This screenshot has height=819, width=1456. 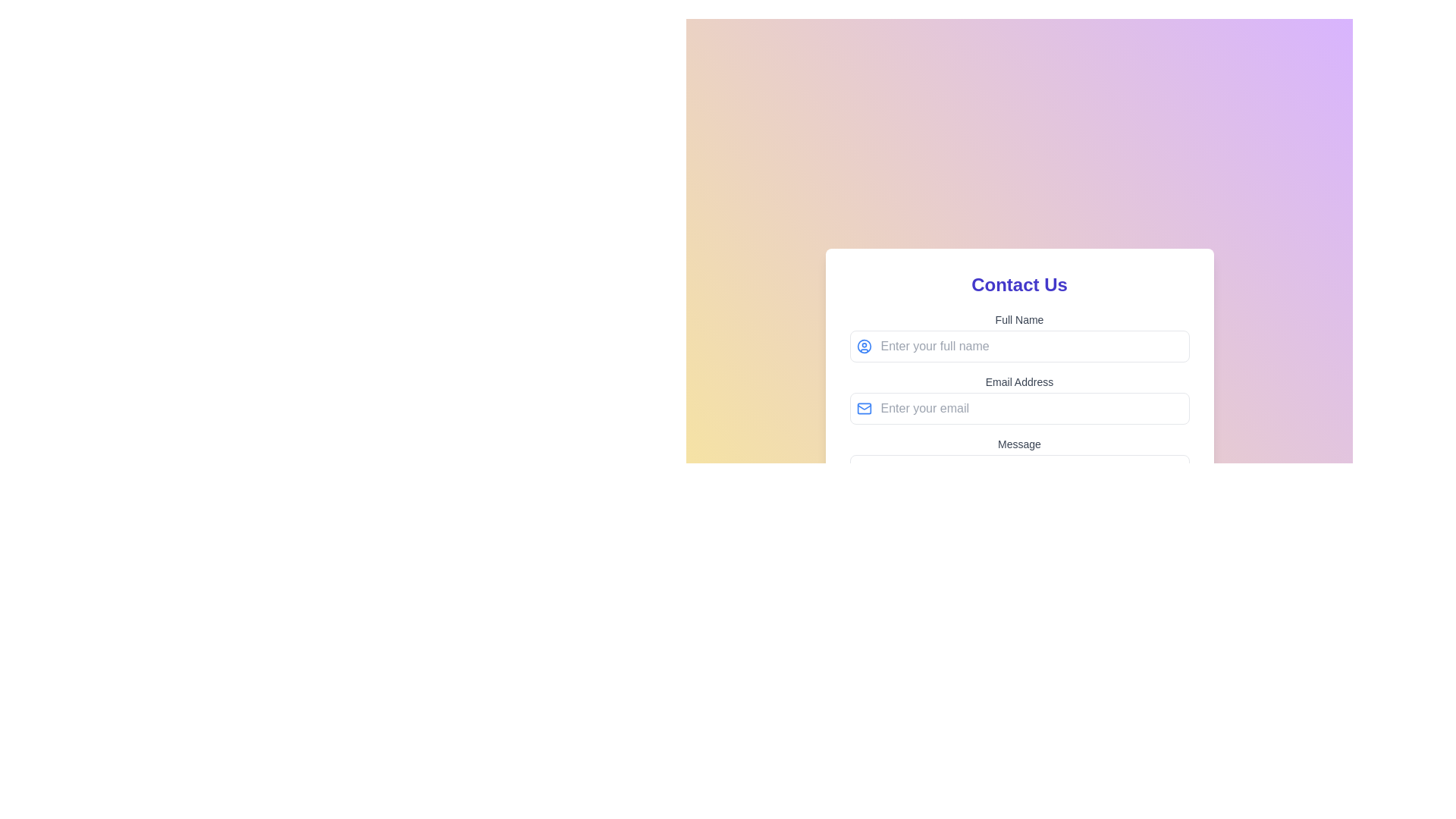 What do you see at coordinates (1019, 381) in the screenshot?
I see `the label that describes the email input field, located centrally beneath the 'Full Name' label and above the email address input field` at bounding box center [1019, 381].